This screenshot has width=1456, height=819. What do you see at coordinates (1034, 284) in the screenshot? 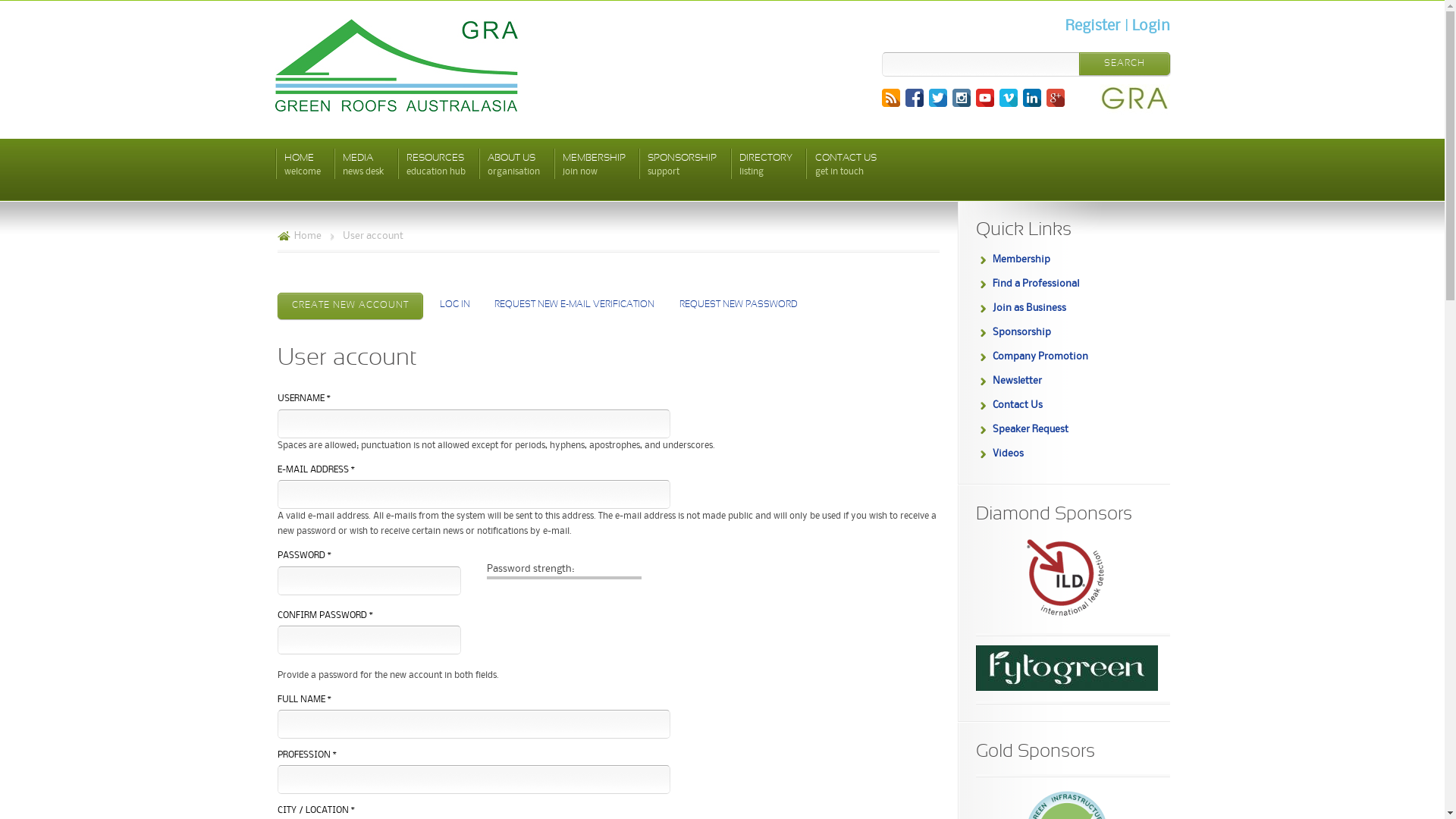
I see `'Find a Professional'` at bounding box center [1034, 284].